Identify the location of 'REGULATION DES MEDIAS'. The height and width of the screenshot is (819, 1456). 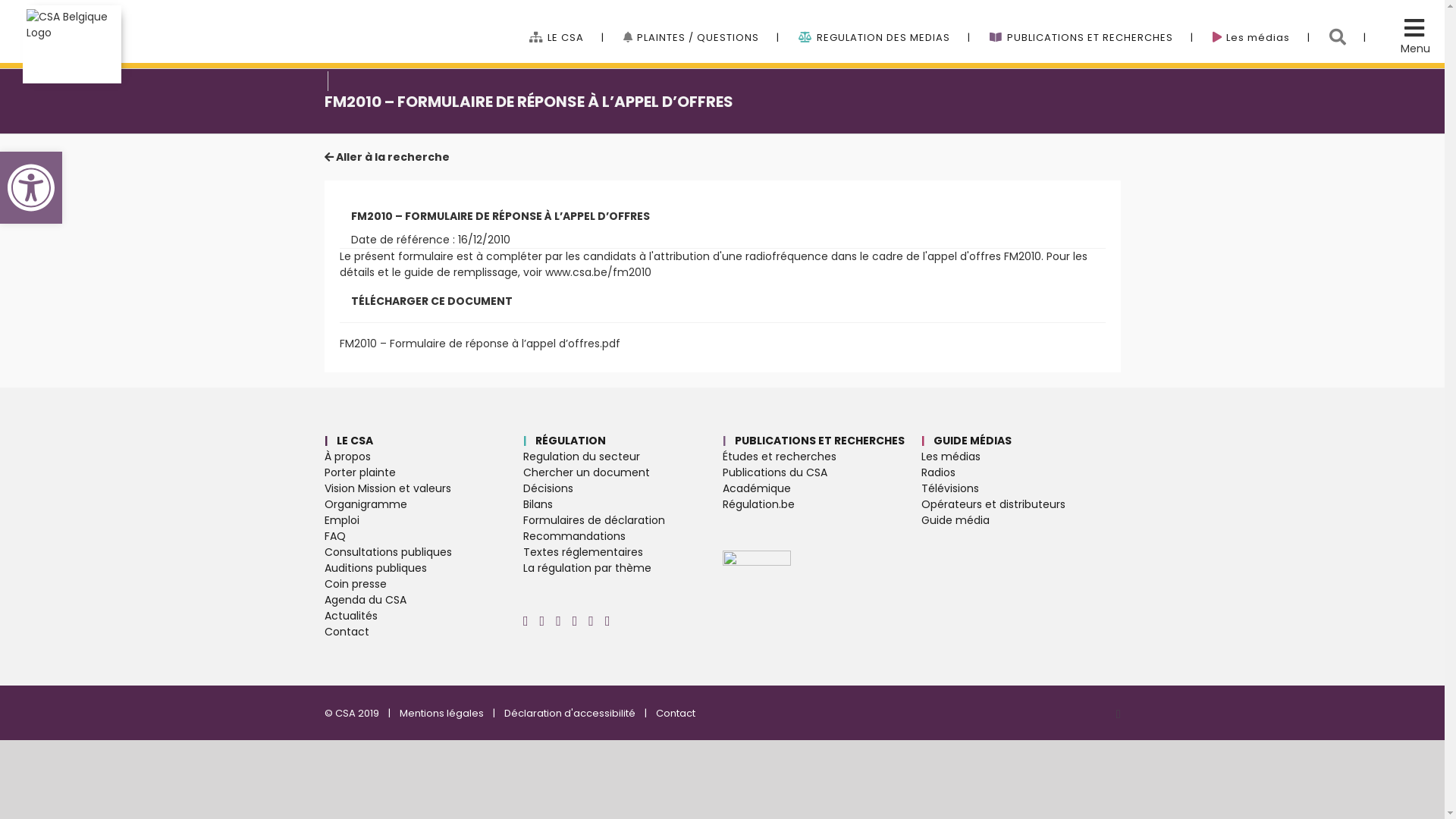
(797, 22).